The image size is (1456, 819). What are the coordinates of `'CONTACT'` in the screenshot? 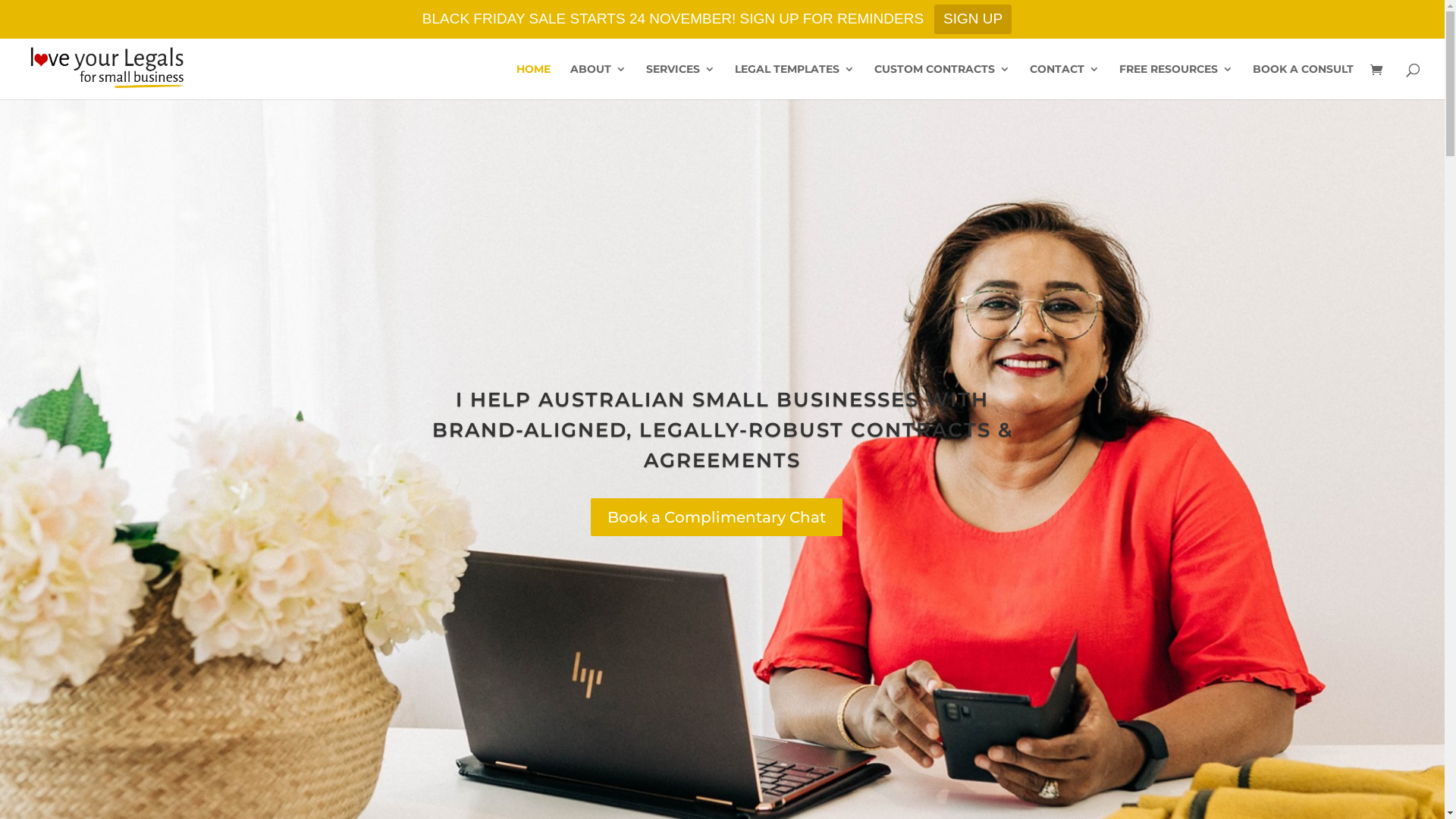 It's located at (1063, 81).